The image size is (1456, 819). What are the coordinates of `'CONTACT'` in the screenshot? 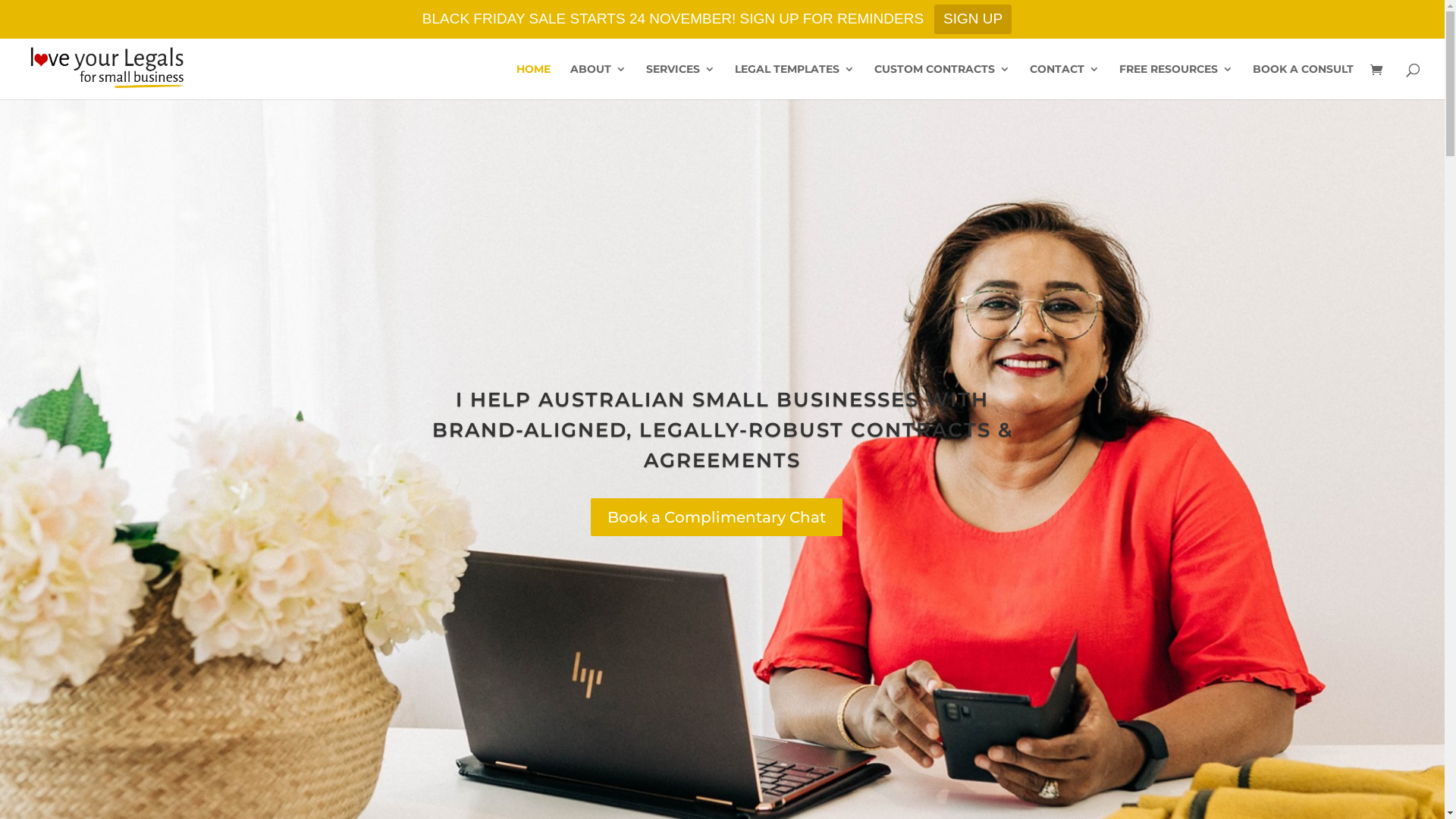 It's located at (1063, 81).